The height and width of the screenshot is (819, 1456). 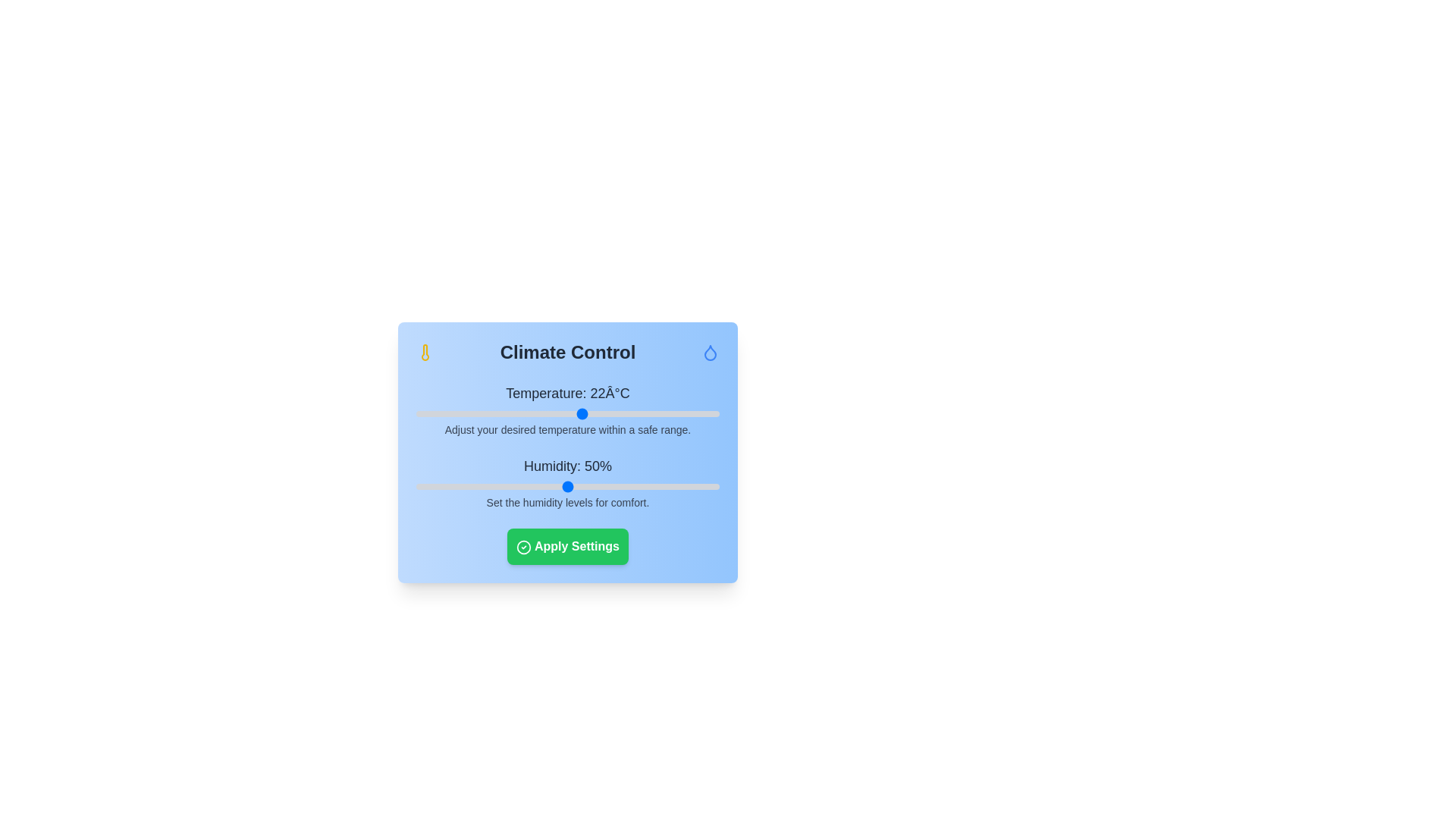 What do you see at coordinates (566, 482) in the screenshot?
I see `current value and description of the Slidable Range Input Control for adjusting humidity level, which is located under the 'Climate Control' header, specifically the second control section below the temperature adjustment section` at bounding box center [566, 482].